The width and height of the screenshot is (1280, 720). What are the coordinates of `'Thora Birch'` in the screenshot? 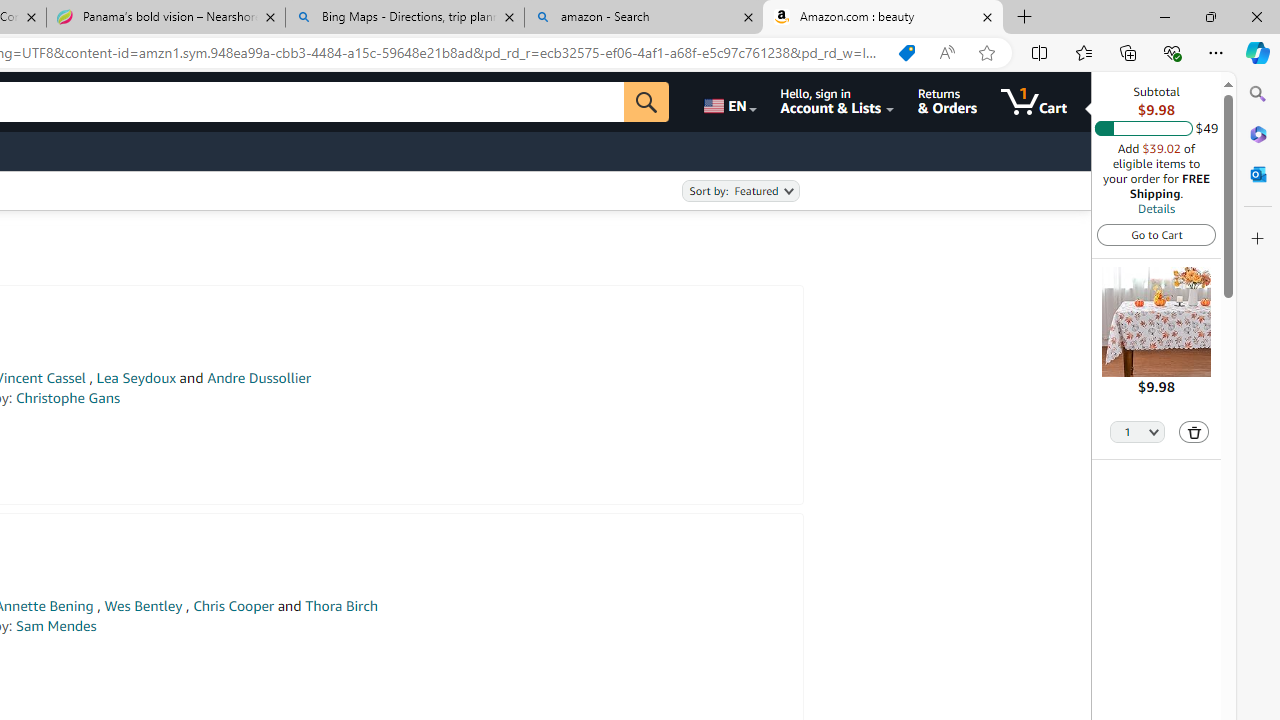 It's located at (341, 605).